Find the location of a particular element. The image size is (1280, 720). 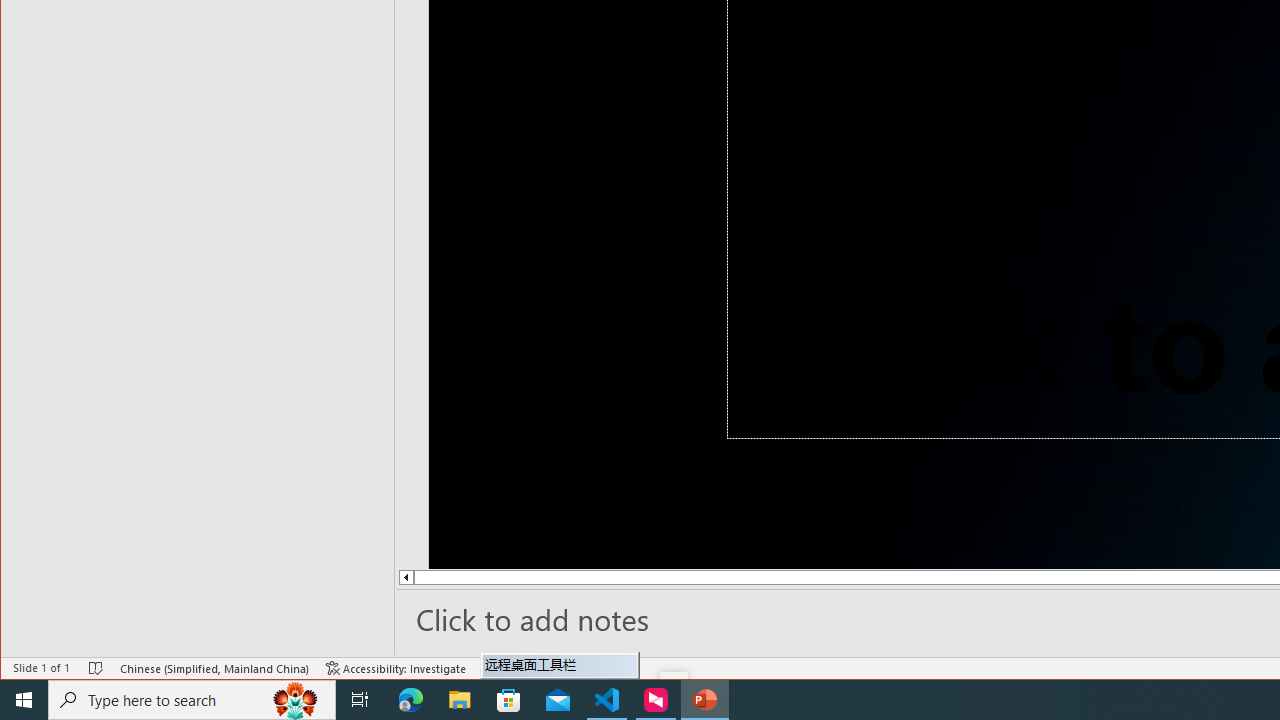

'Search highlights icon opens search home window' is located at coordinates (294, 698).